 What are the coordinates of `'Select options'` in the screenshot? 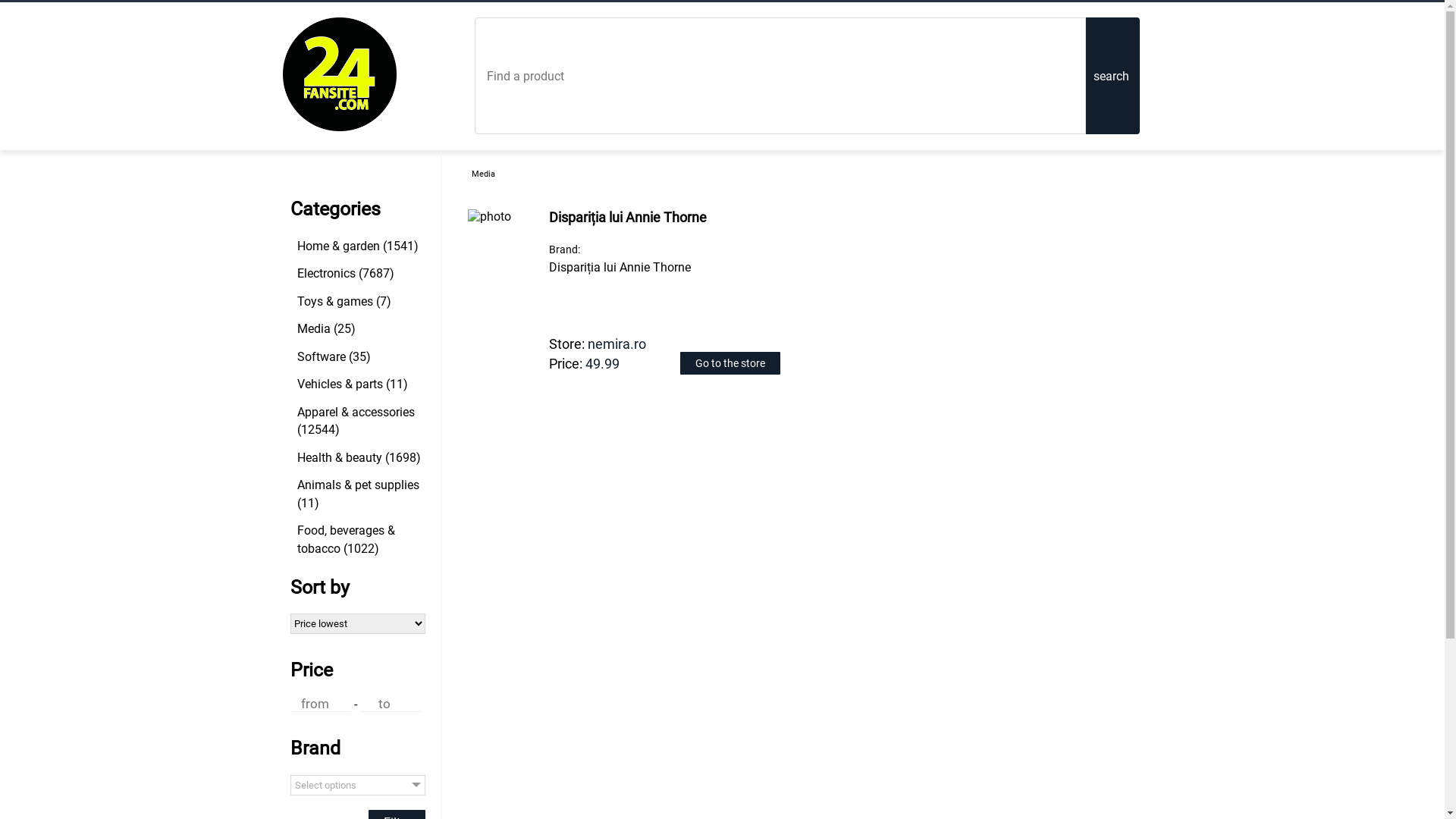 It's located at (356, 785).